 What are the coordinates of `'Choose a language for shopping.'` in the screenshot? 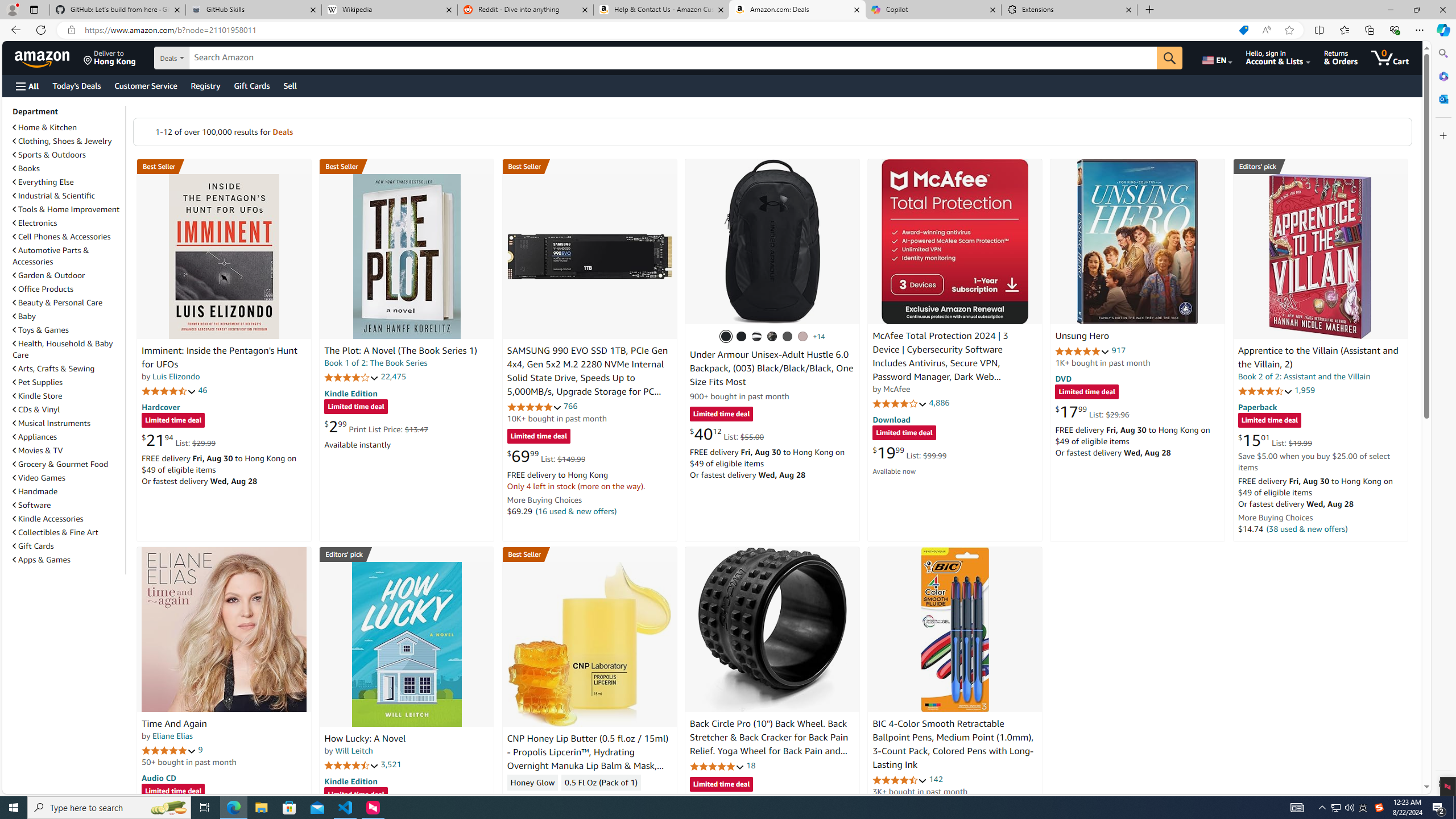 It's located at (1215, 57).